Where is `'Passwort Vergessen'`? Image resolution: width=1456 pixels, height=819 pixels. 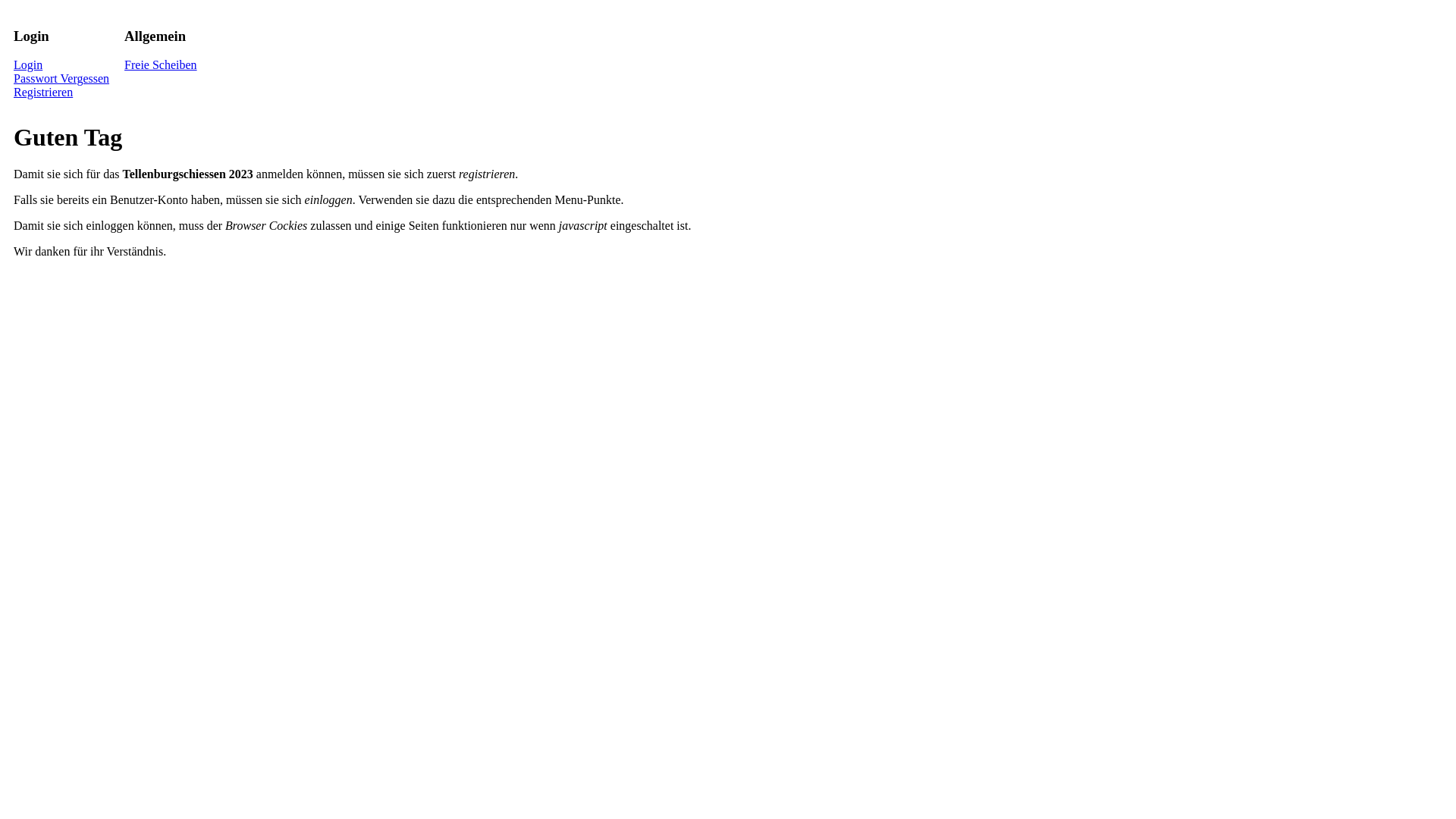
'Passwort Vergessen' is located at coordinates (61, 78).